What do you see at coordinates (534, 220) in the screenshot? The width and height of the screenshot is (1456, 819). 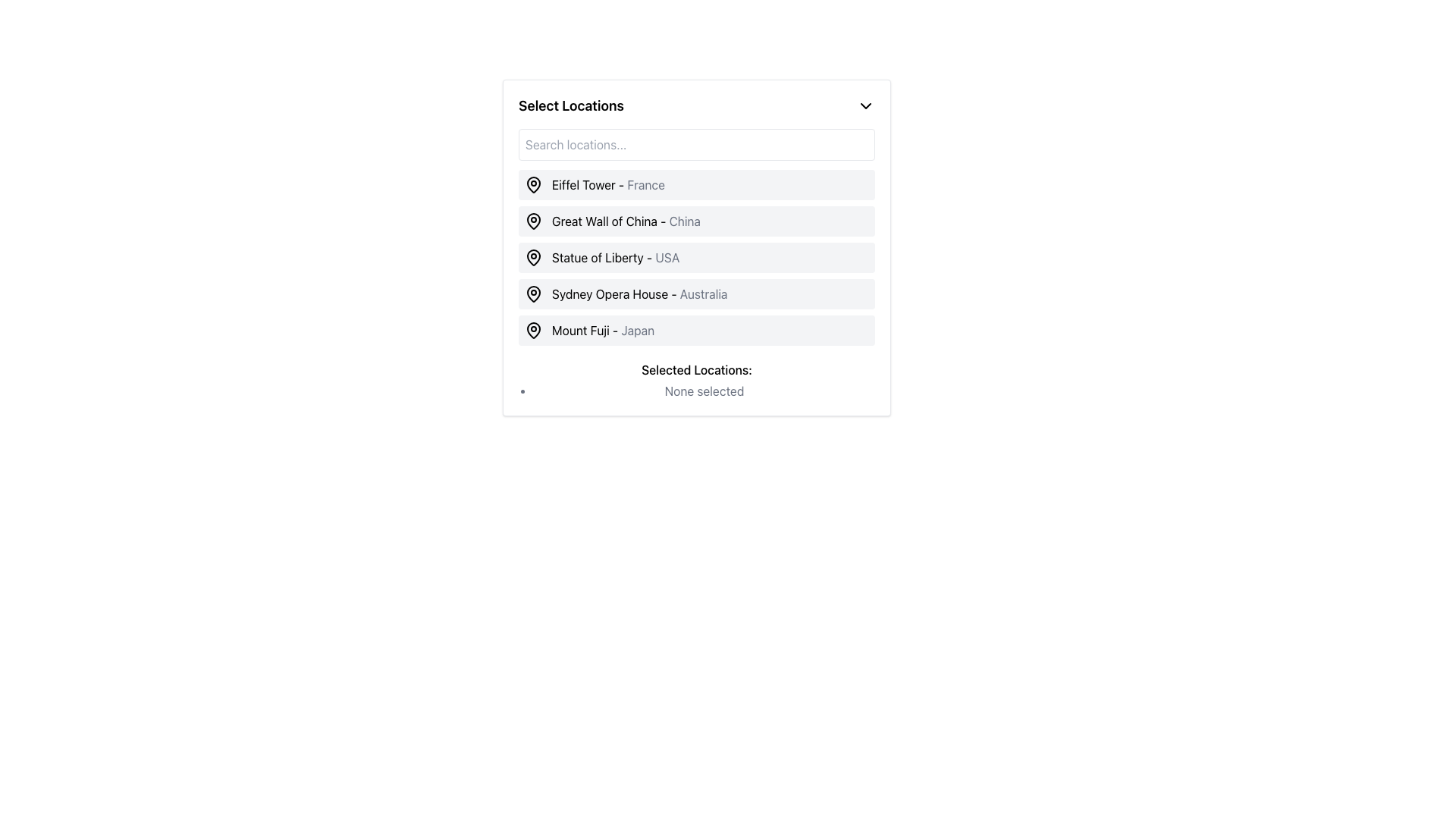 I see `the location marker icon that indicates the 'Great Wall of China - China' option in the list` at bounding box center [534, 220].